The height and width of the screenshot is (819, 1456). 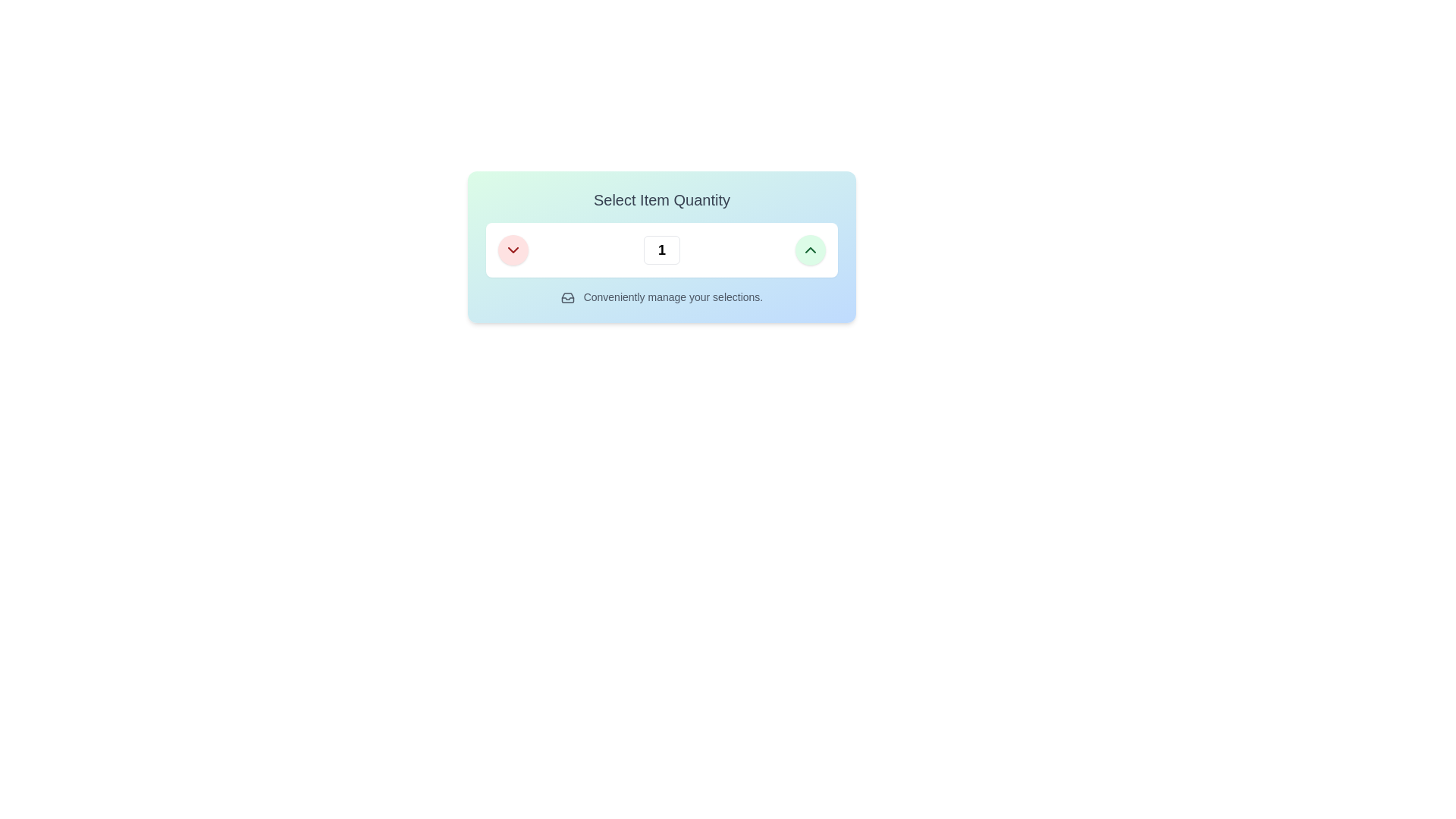 What do you see at coordinates (566, 298) in the screenshot?
I see `the inbox tray icon, which is a minimalist dark gray icon resembling an inbox tray, positioned to the left of the text 'Conveniently manage your selections.'` at bounding box center [566, 298].